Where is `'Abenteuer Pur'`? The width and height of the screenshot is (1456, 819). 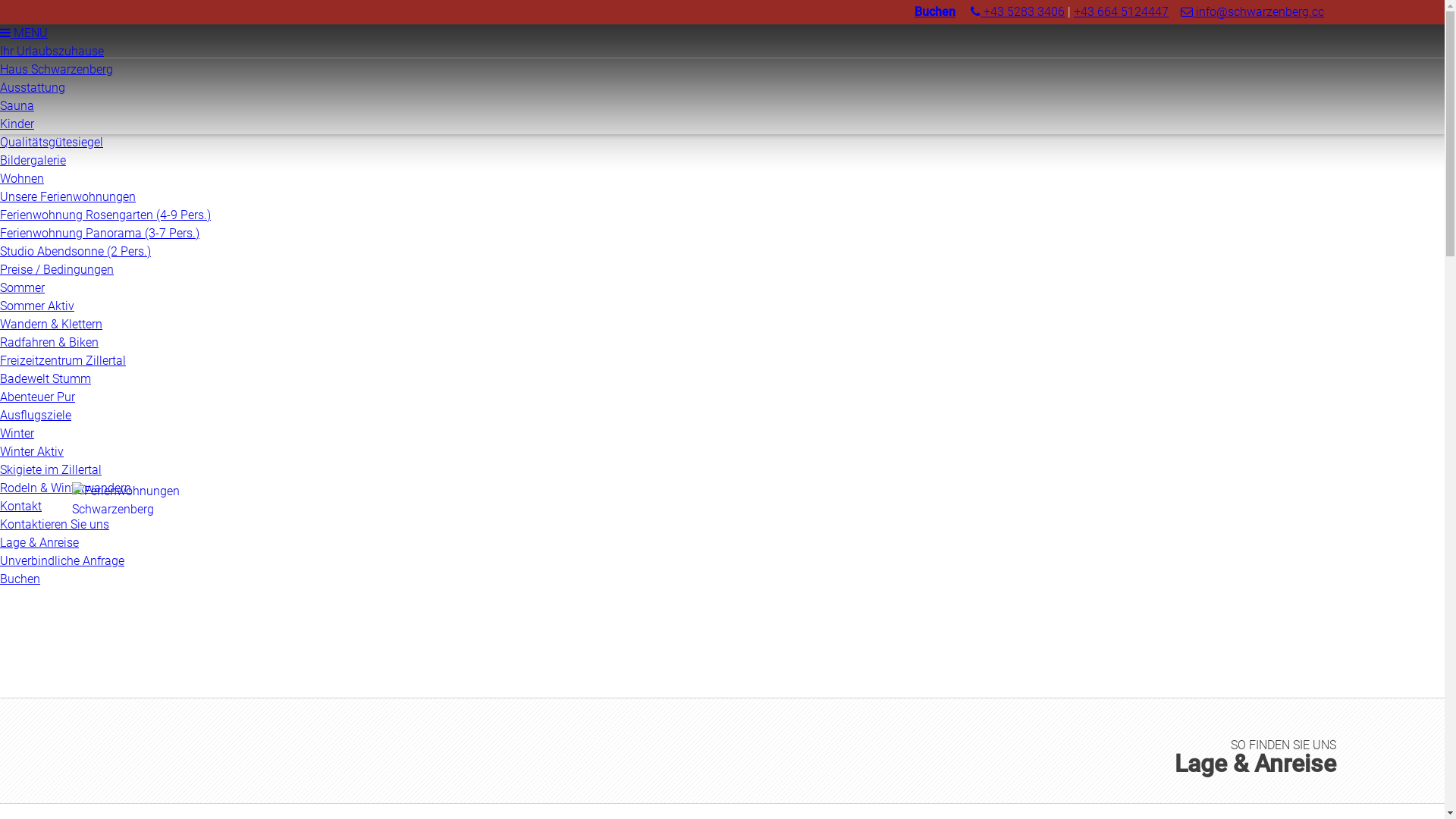 'Abenteuer Pur' is located at coordinates (37, 396).